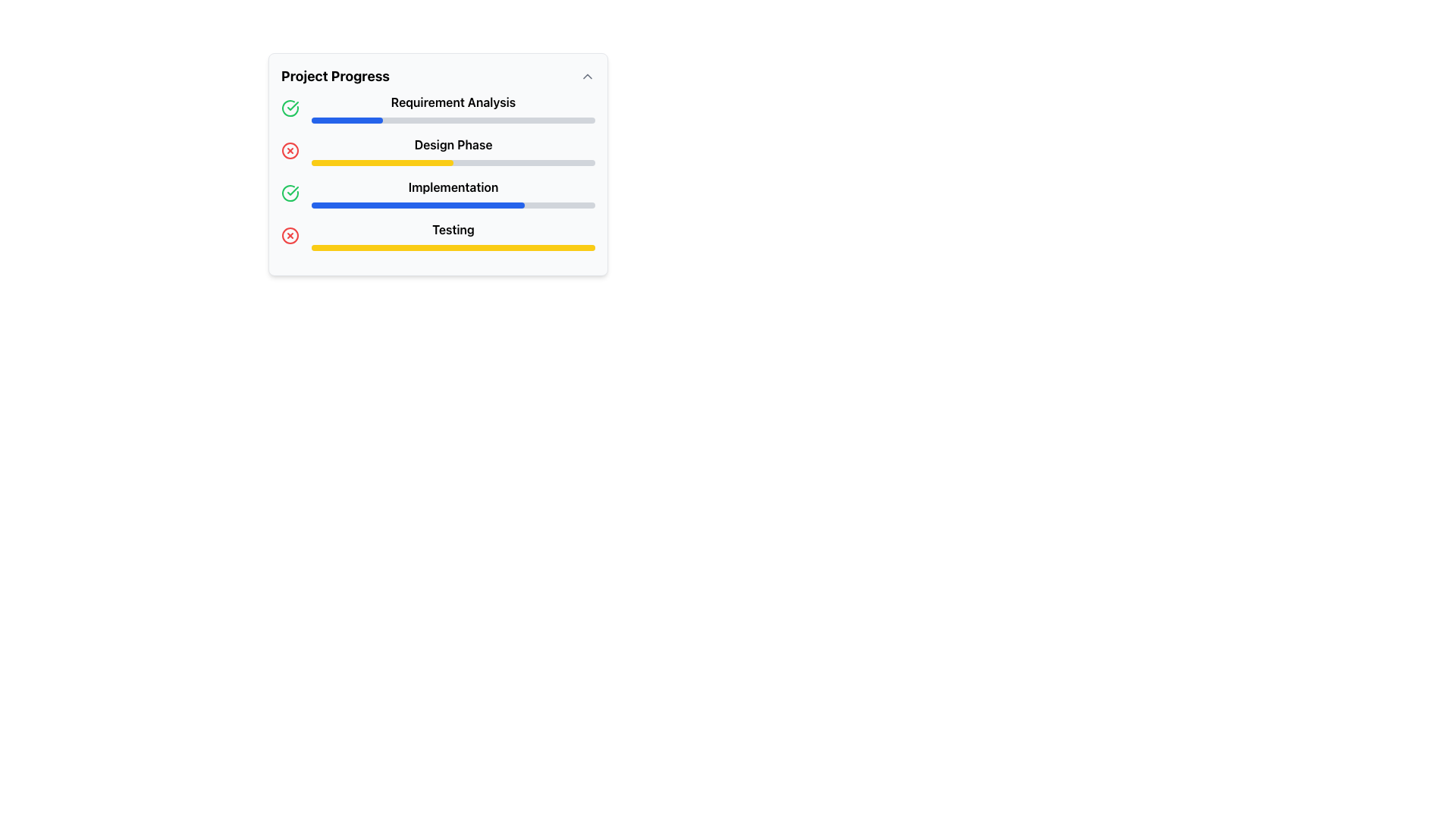 This screenshot has height=819, width=1456. What do you see at coordinates (290, 192) in the screenshot?
I see `the green circular Status Icon with a white checkmark, located in the third row of the 'Project Progress' card, before the text 'Implementation'` at bounding box center [290, 192].